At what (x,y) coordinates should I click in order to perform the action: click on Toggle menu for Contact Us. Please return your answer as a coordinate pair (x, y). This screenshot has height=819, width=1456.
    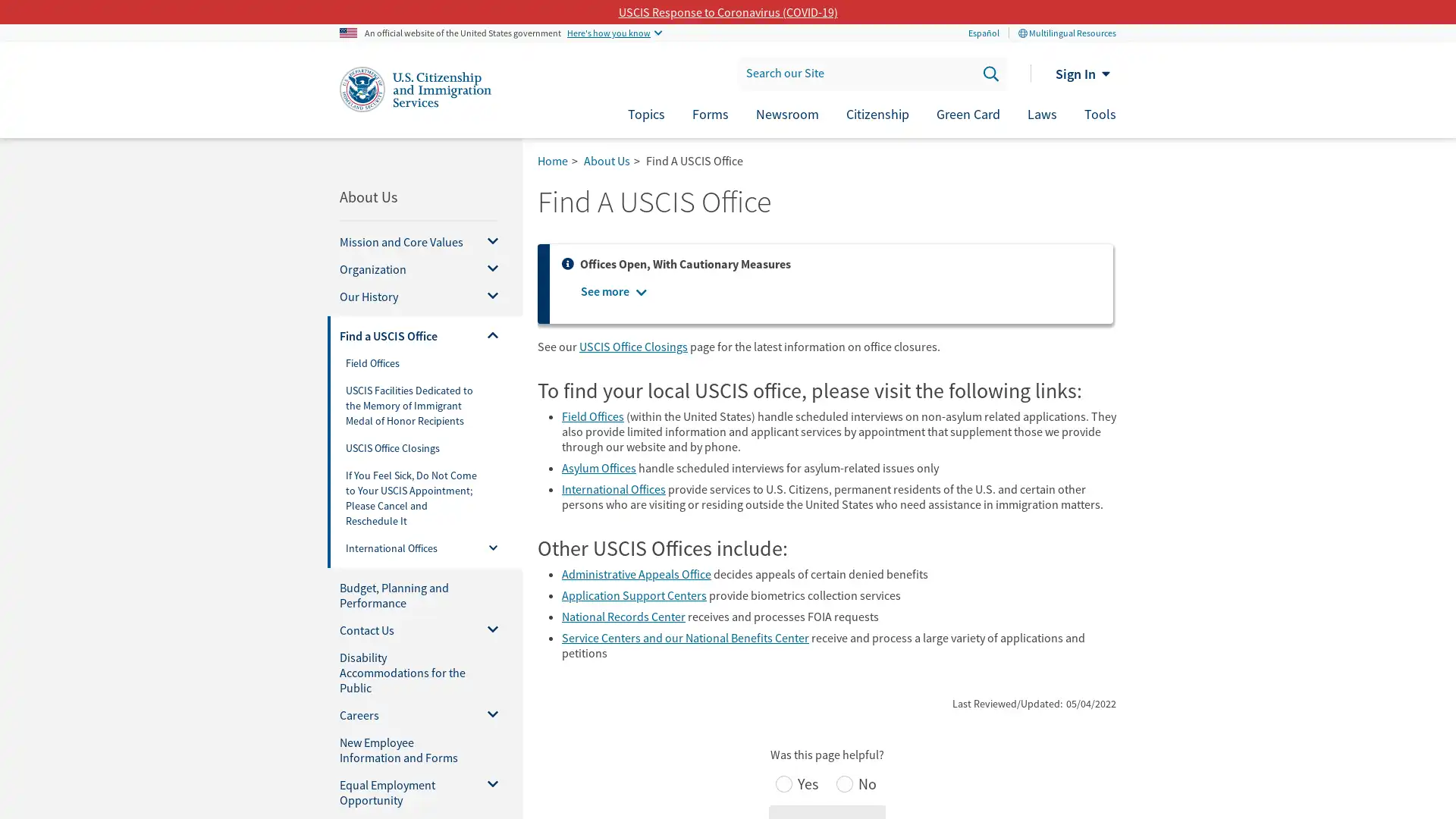
    Looking at the image, I should click on (487, 629).